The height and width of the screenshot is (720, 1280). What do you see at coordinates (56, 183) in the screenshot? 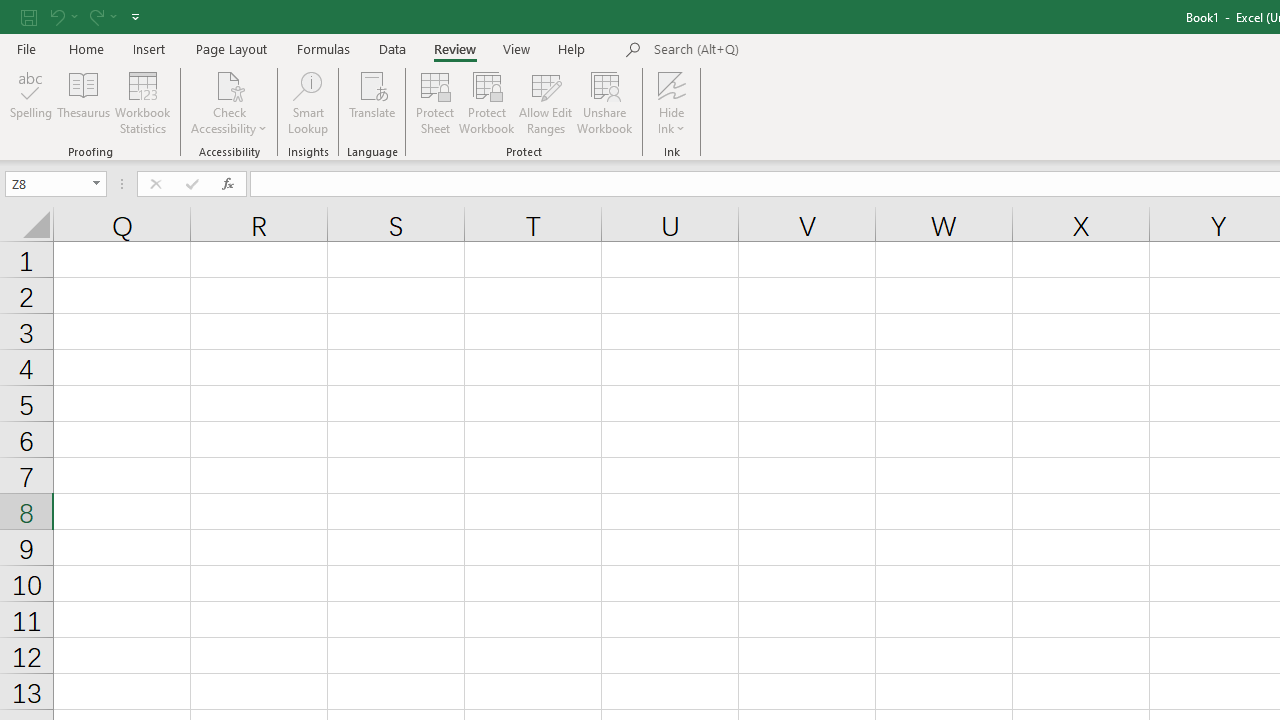
I see `'Name Box'` at bounding box center [56, 183].